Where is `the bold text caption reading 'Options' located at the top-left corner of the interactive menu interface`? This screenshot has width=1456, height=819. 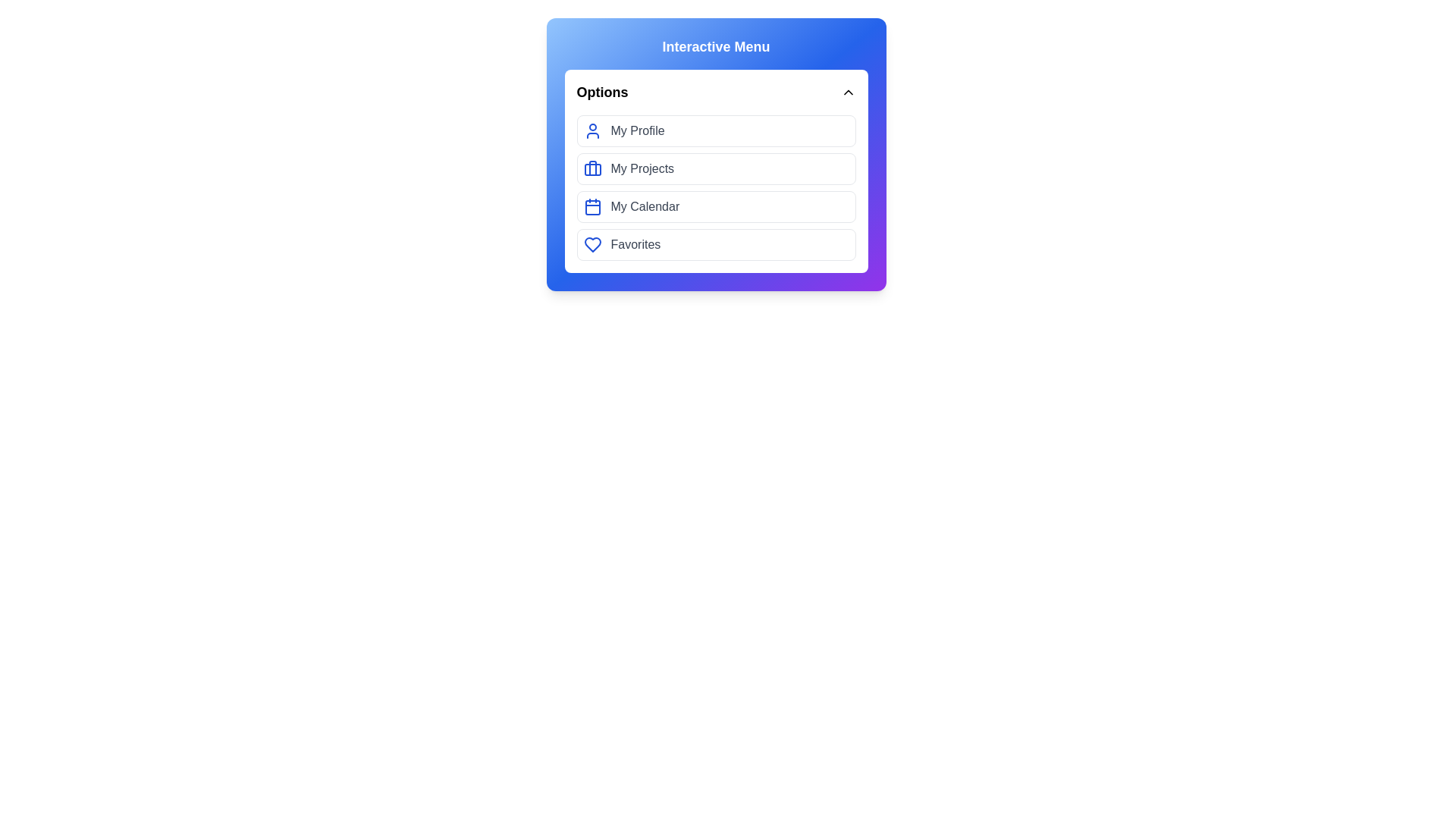 the bold text caption reading 'Options' located at the top-left corner of the interactive menu interface is located at coordinates (601, 93).